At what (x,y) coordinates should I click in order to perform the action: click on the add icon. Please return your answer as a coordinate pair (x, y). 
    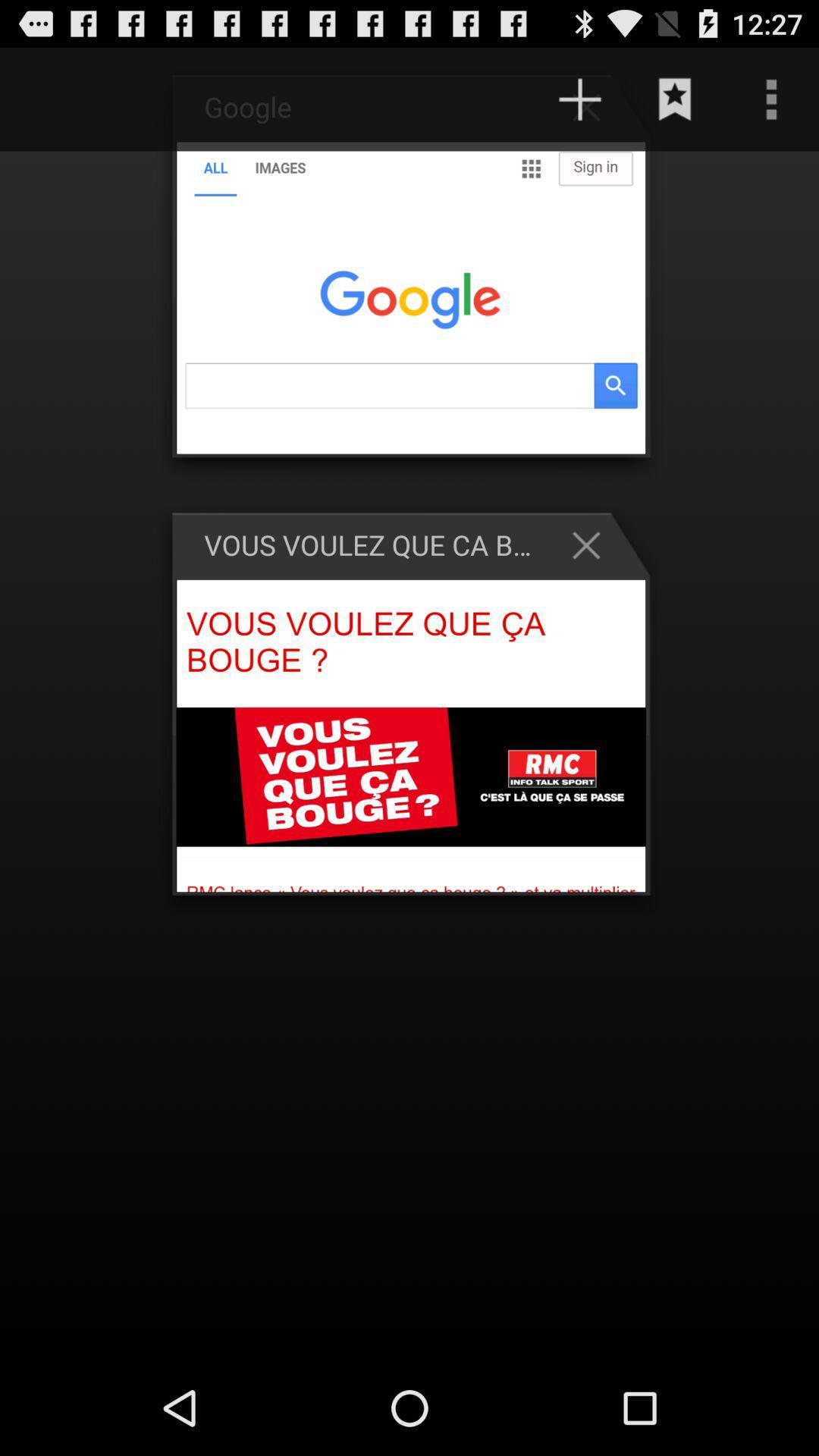
    Looking at the image, I should click on (579, 105).